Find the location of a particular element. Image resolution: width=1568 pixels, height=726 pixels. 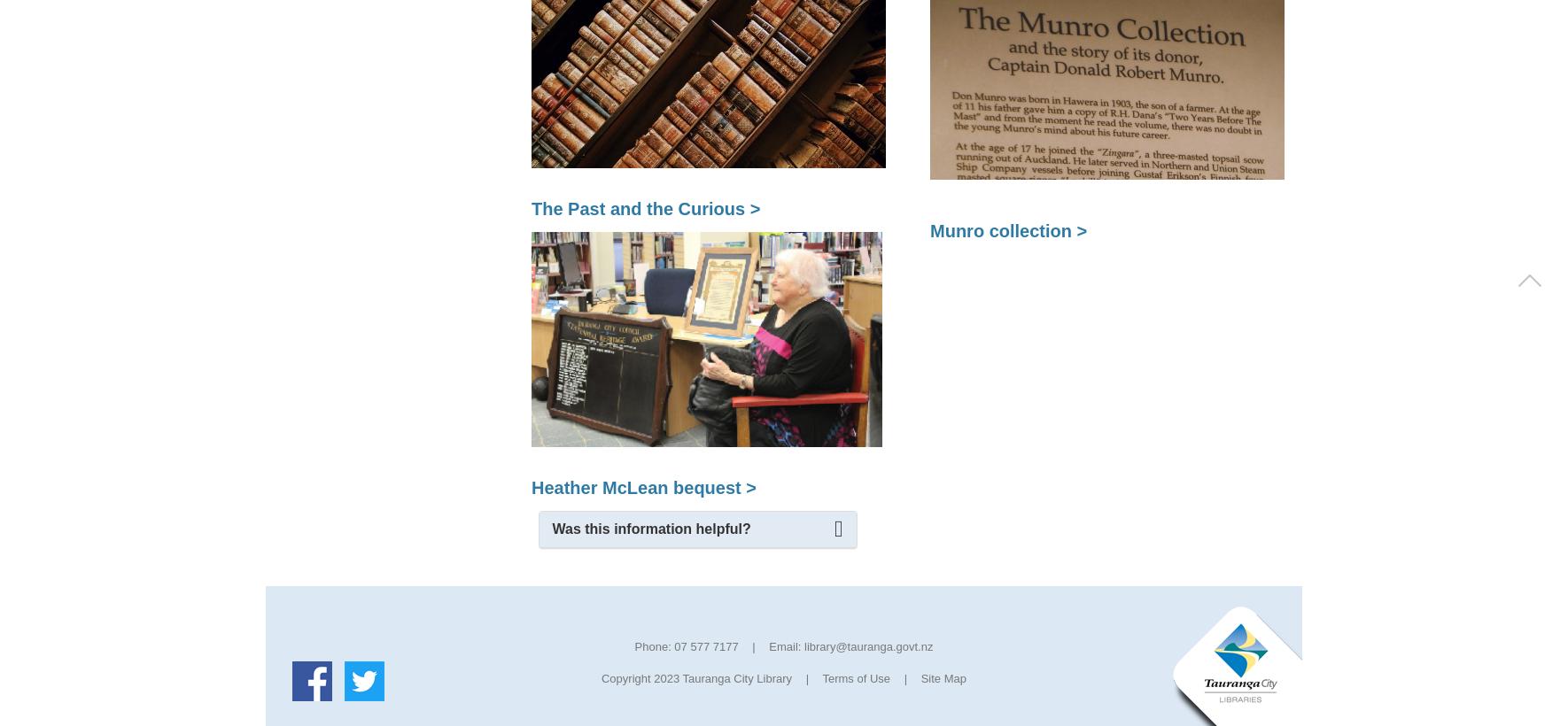

'Email:' is located at coordinates (784, 645).